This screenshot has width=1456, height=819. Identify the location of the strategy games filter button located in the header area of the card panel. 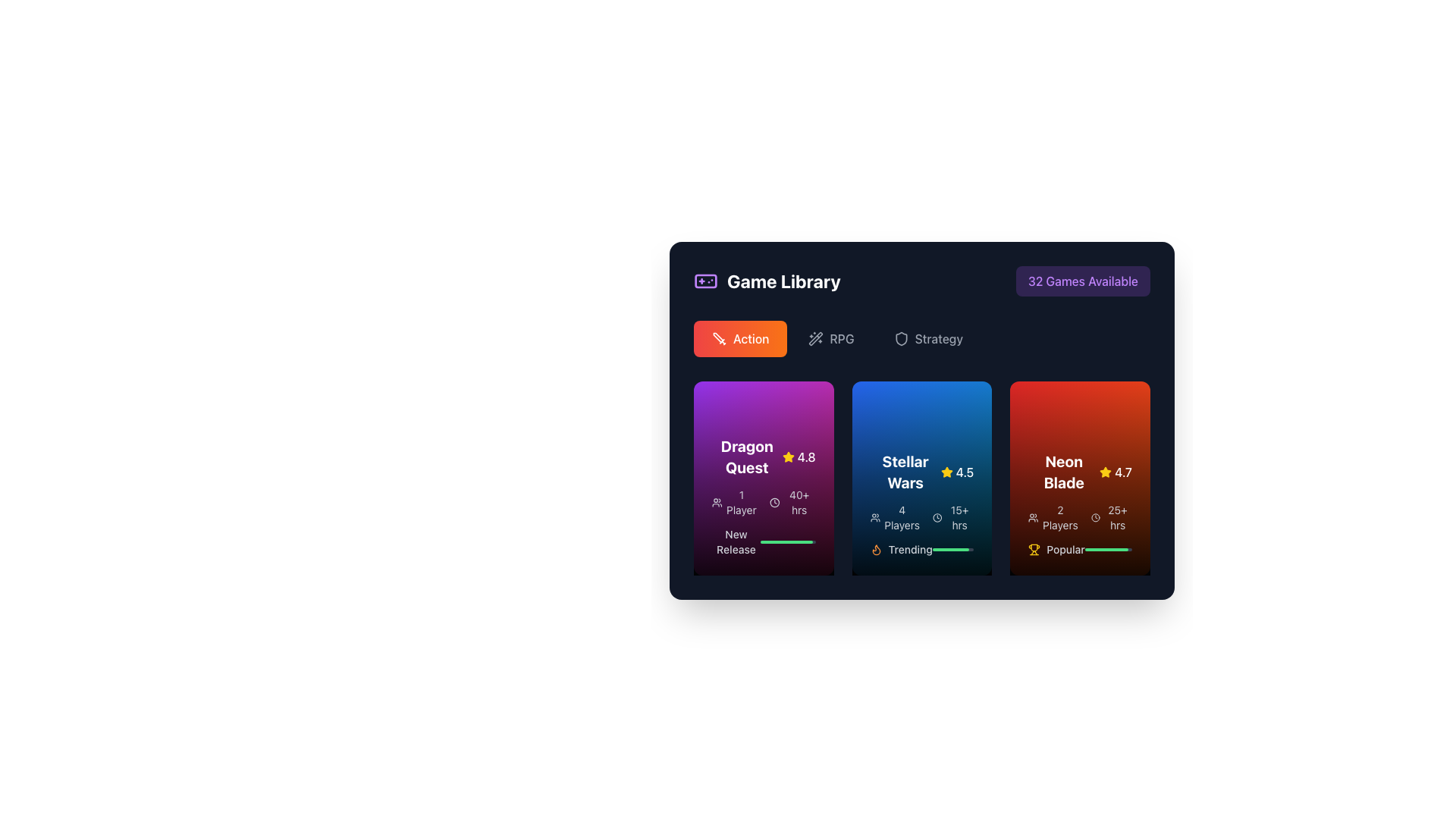
(927, 338).